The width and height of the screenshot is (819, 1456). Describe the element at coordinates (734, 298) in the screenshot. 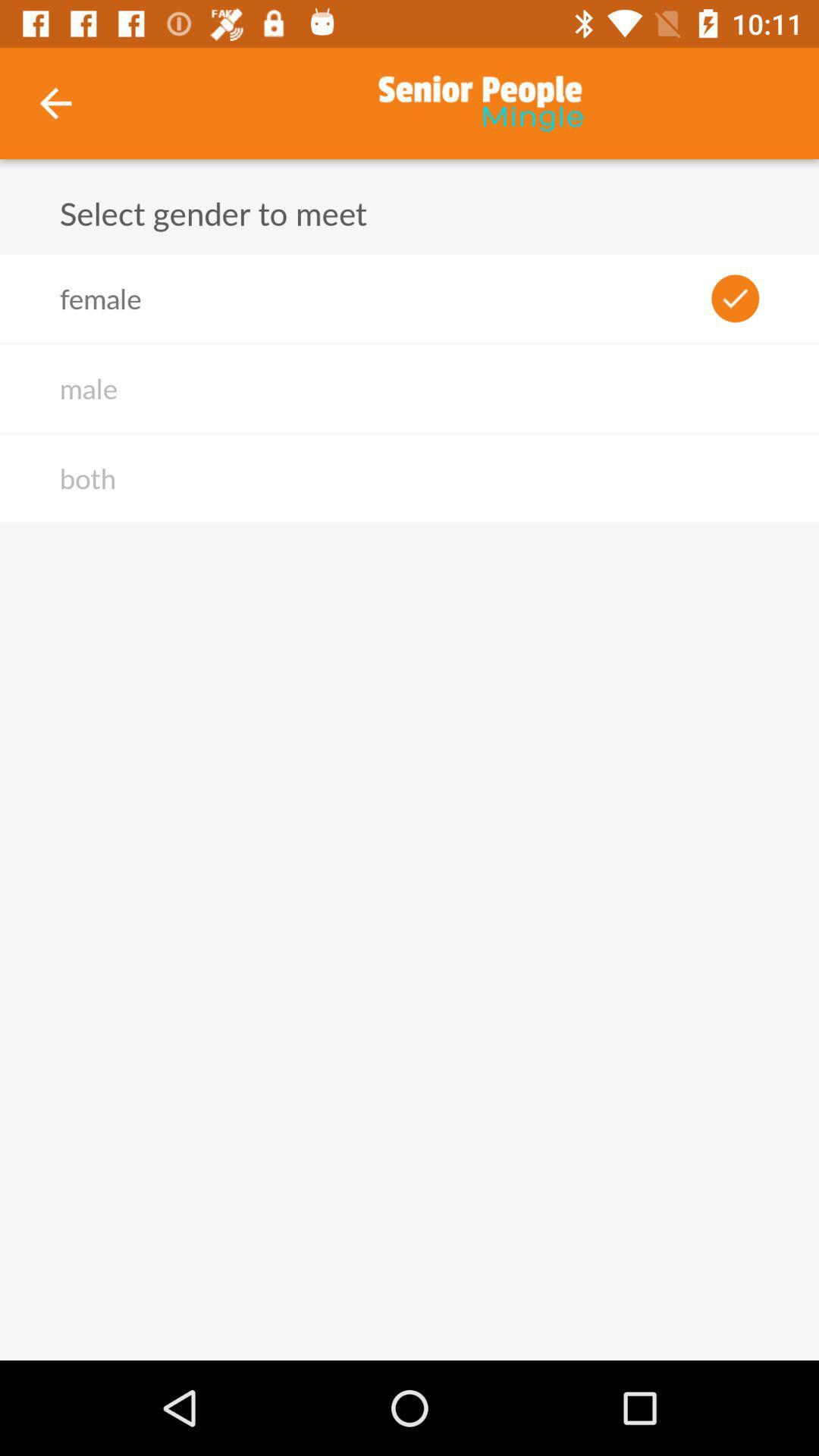

I see `the icon next to female` at that location.